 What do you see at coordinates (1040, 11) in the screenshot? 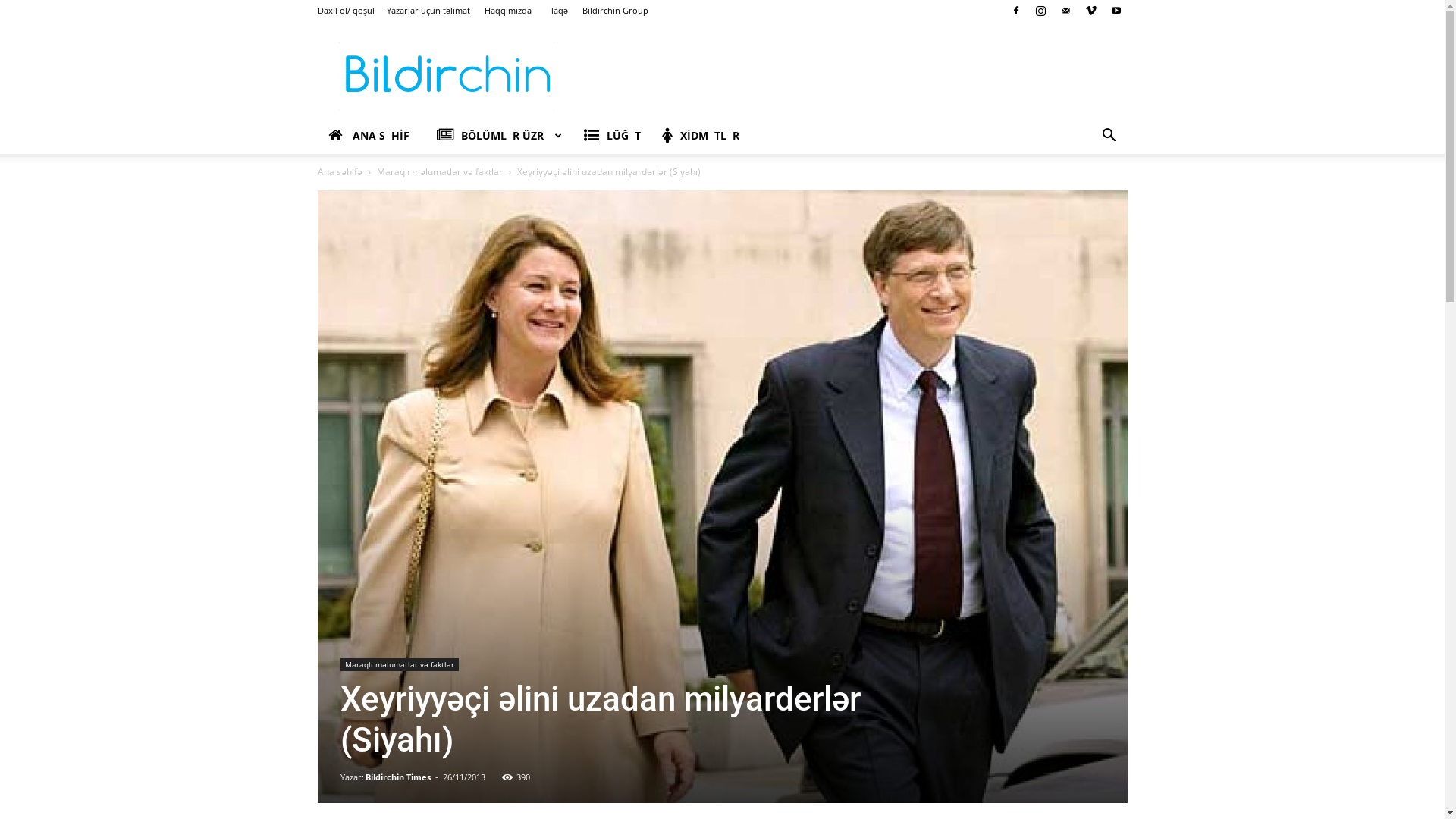
I see `'Instagram'` at bounding box center [1040, 11].